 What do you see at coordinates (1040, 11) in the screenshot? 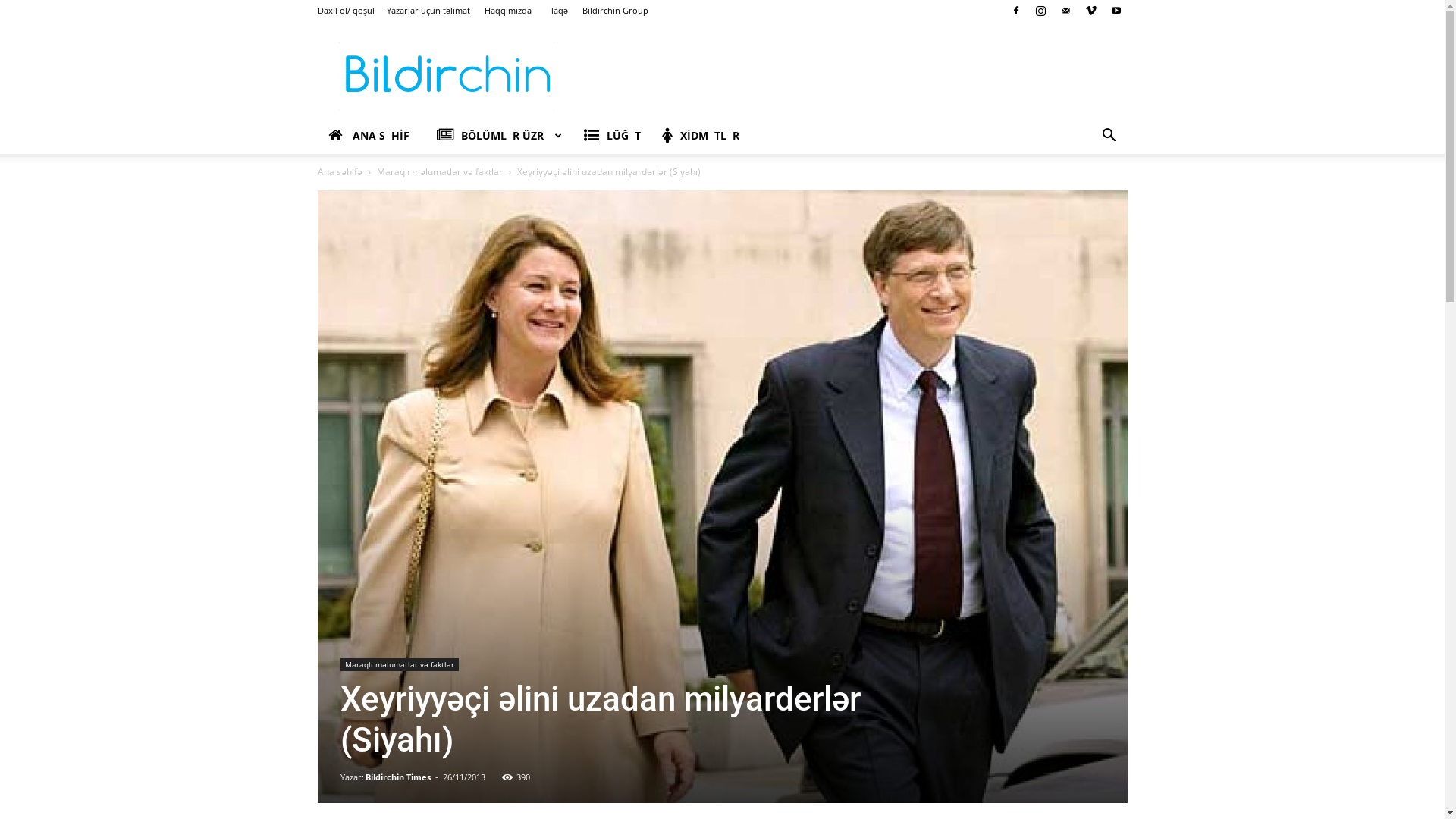
I see `'Instagram'` at bounding box center [1040, 11].